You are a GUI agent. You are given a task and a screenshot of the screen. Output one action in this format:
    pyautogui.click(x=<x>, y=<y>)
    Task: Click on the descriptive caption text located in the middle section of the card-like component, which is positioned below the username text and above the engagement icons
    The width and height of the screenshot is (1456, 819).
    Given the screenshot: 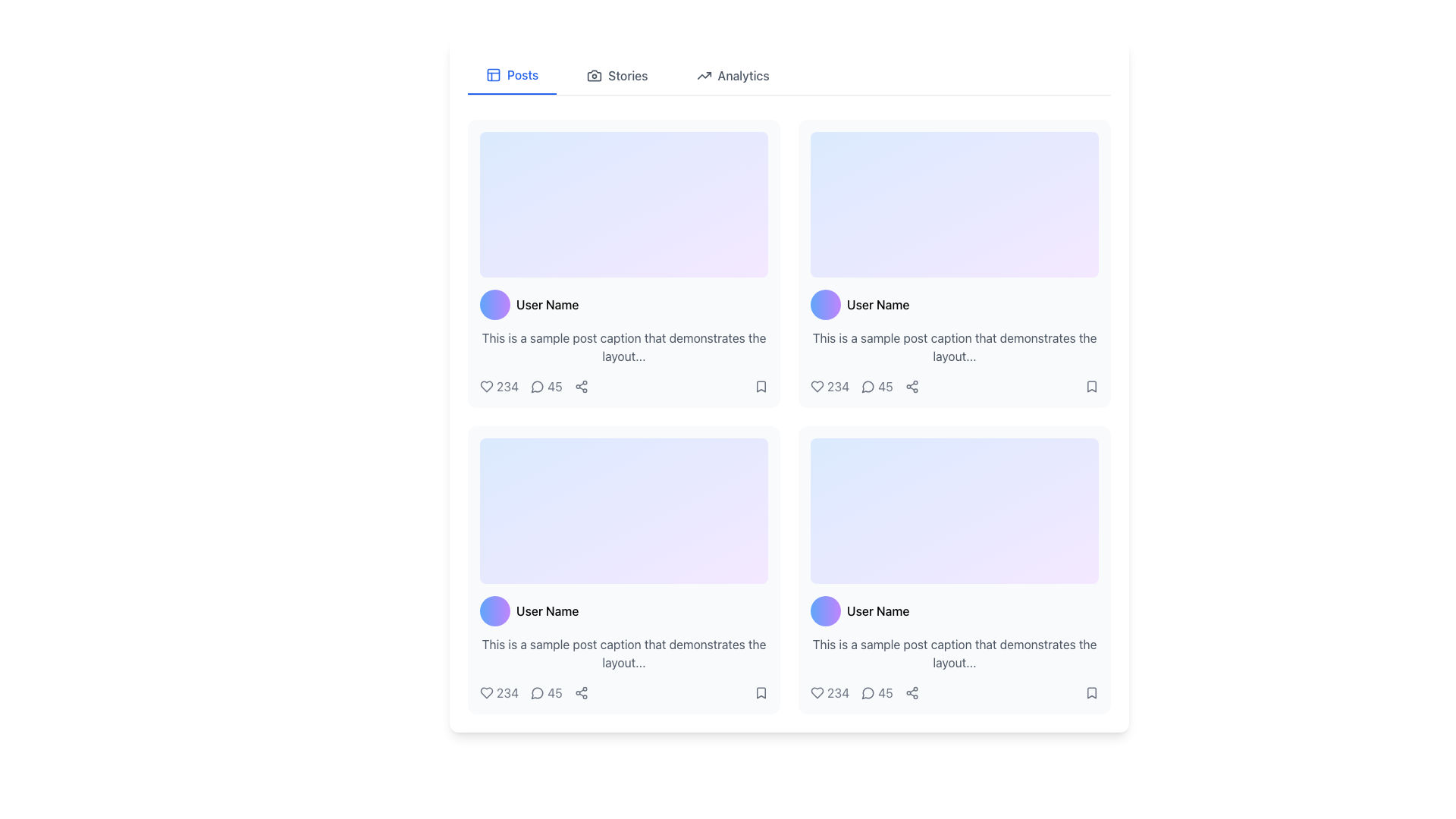 What is the action you would take?
    pyautogui.click(x=623, y=347)
    